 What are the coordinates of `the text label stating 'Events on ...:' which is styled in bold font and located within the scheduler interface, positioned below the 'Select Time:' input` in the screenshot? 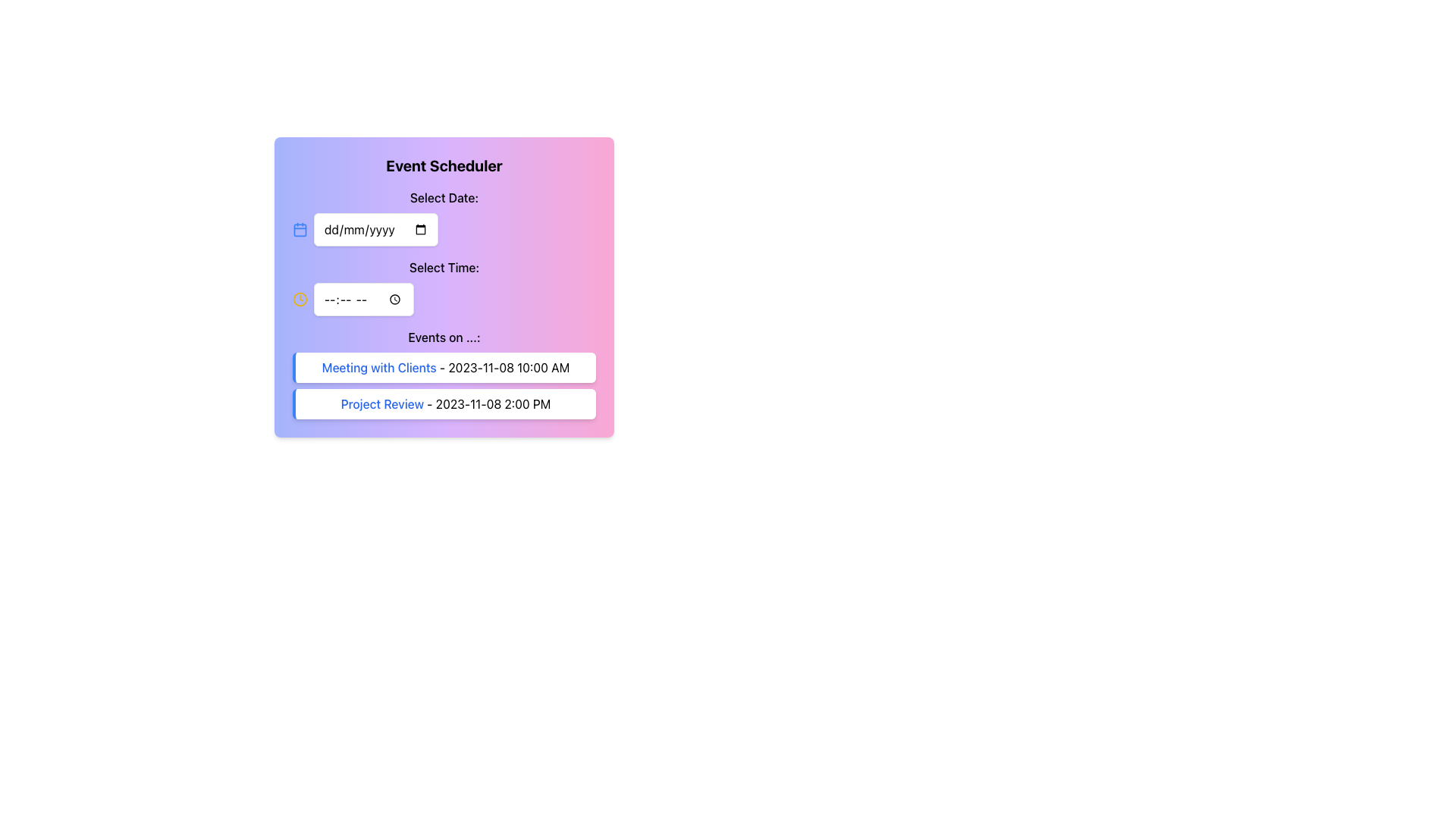 It's located at (443, 336).